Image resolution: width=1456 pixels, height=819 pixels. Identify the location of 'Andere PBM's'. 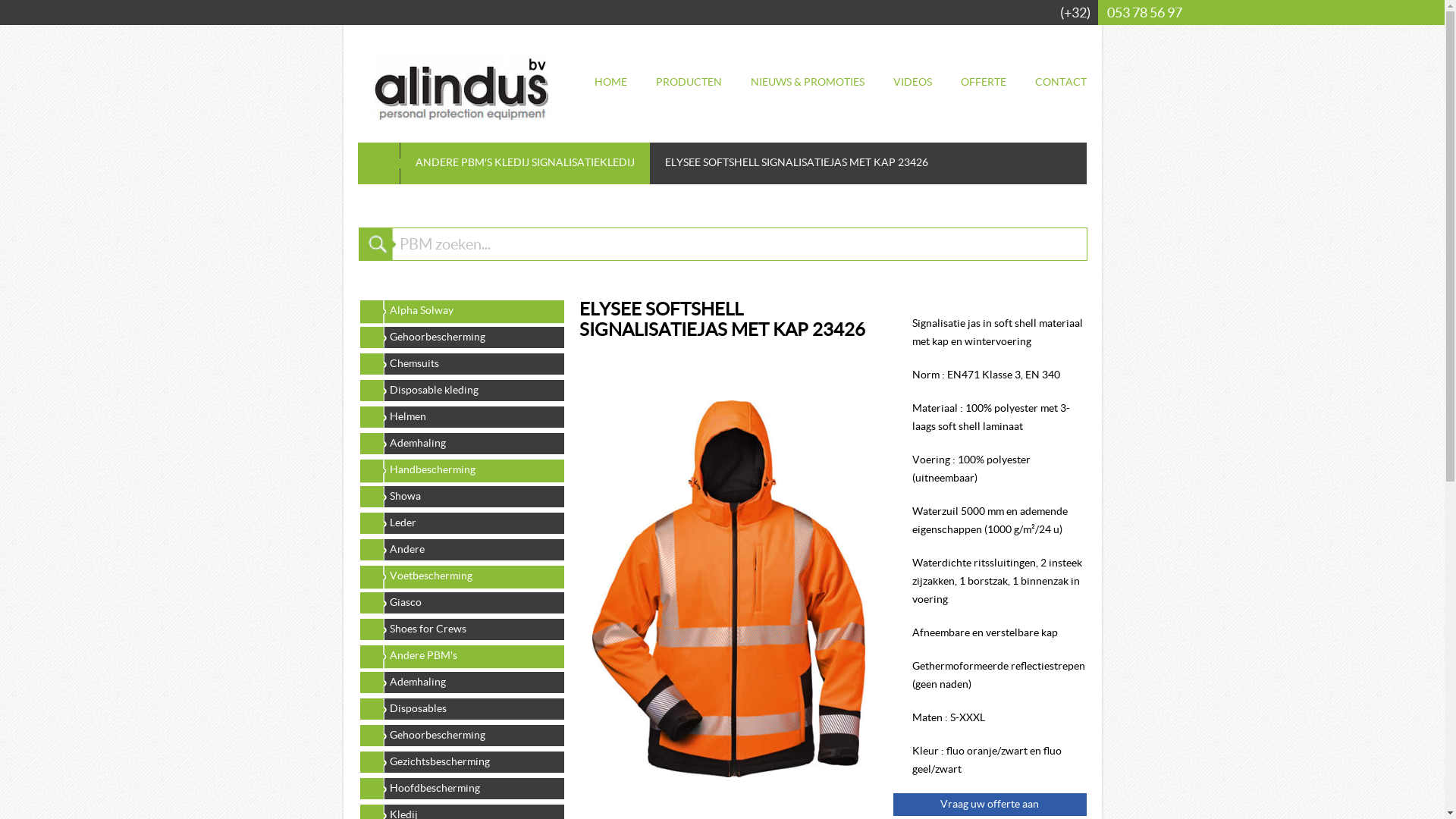
(460, 654).